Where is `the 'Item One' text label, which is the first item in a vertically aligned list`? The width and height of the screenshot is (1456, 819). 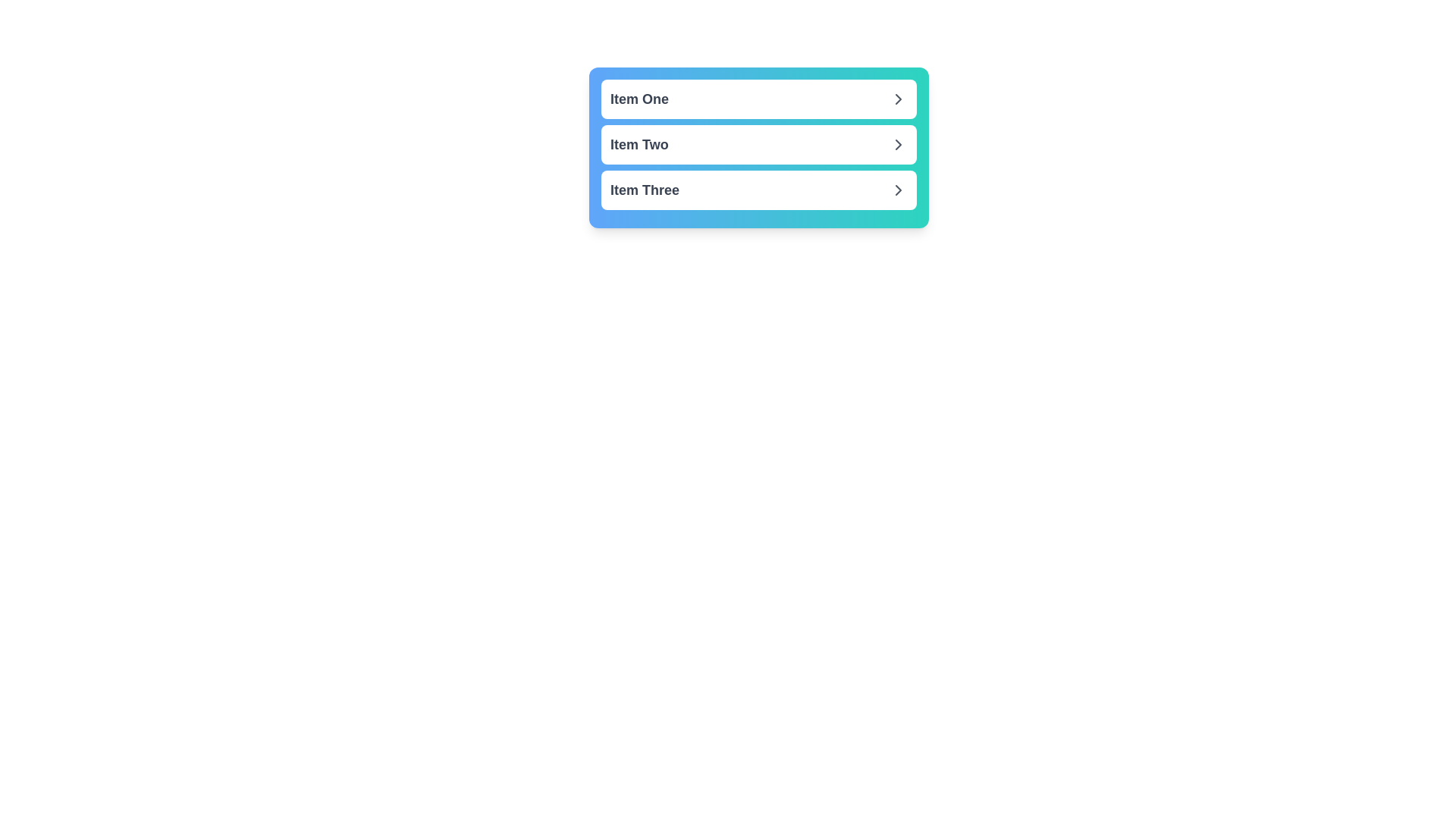 the 'Item One' text label, which is the first item in a vertically aligned list is located at coordinates (639, 99).